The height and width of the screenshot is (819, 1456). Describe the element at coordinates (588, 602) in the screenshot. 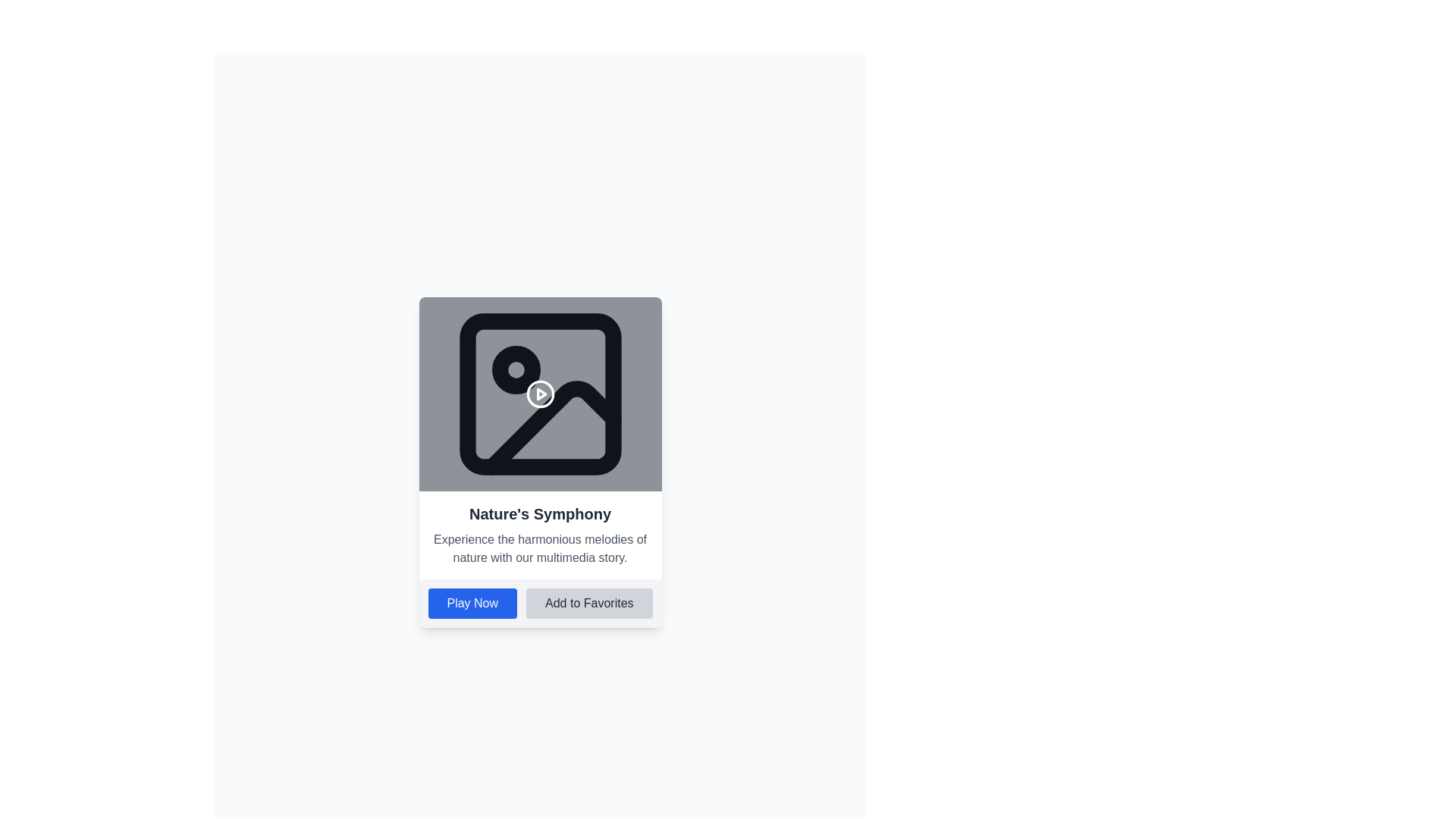

I see `the button that allows the user to add the associated item to their favorites list, positioned to the right of the 'Play Now' button at the bottom of the card component` at that location.